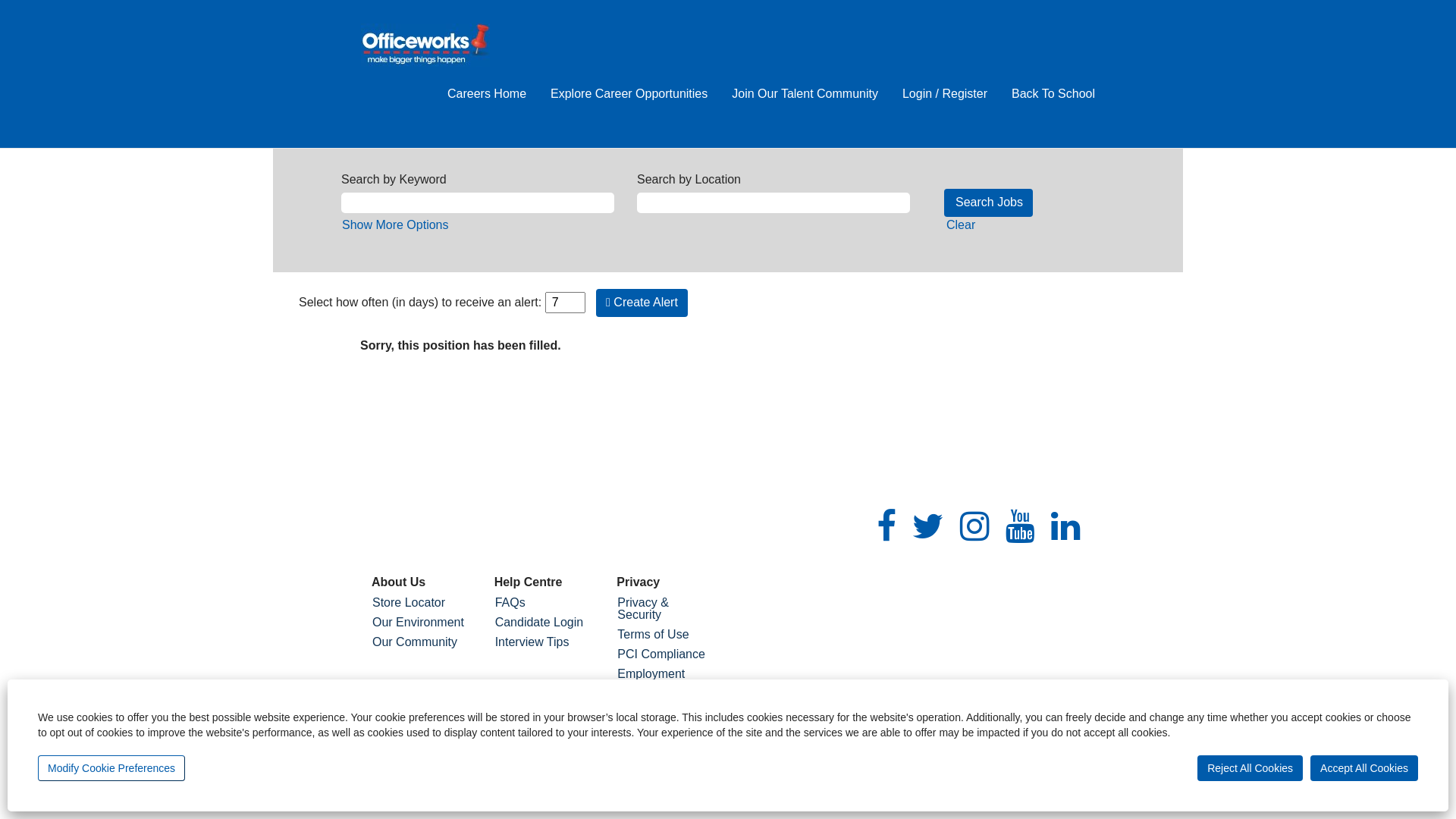  What do you see at coordinates (111, 768) in the screenshot?
I see `'Modify Cookie Preferences'` at bounding box center [111, 768].